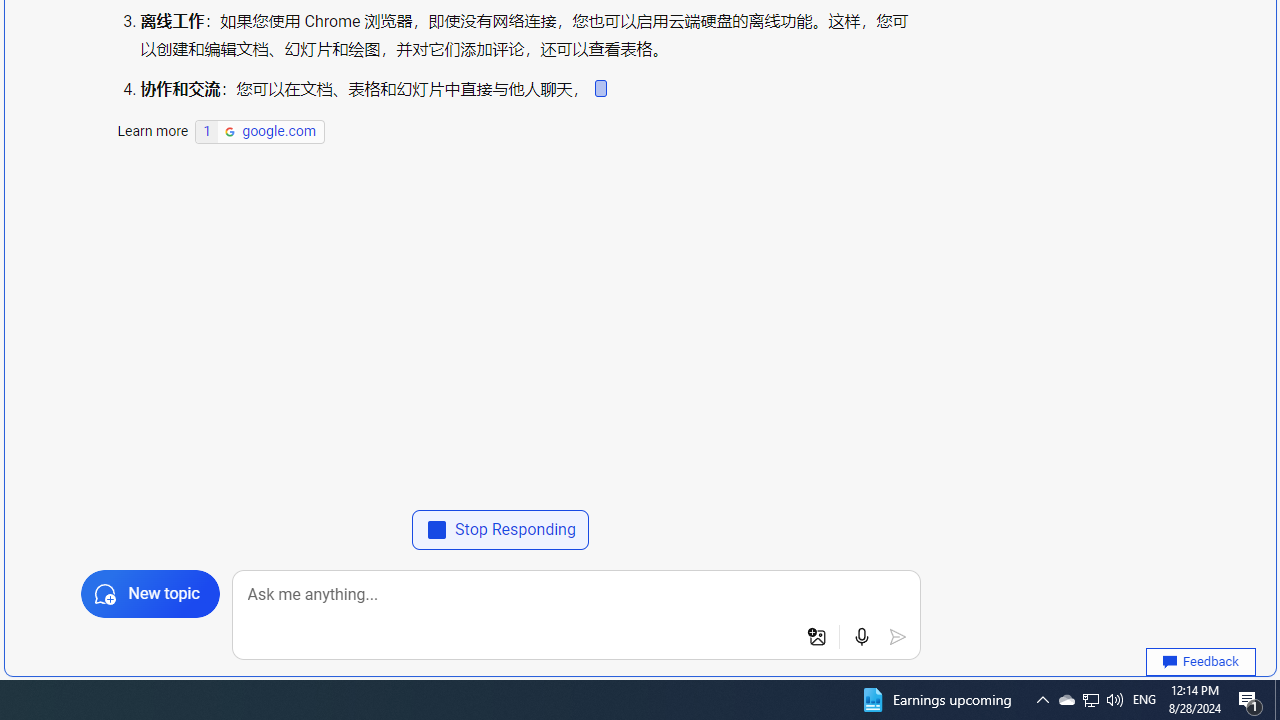 Image resolution: width=1280 pixels, height=720 pixels. Describe the element at coordinates (500, 528) in the screenshot. I see `'Stop Responding'` at that location.